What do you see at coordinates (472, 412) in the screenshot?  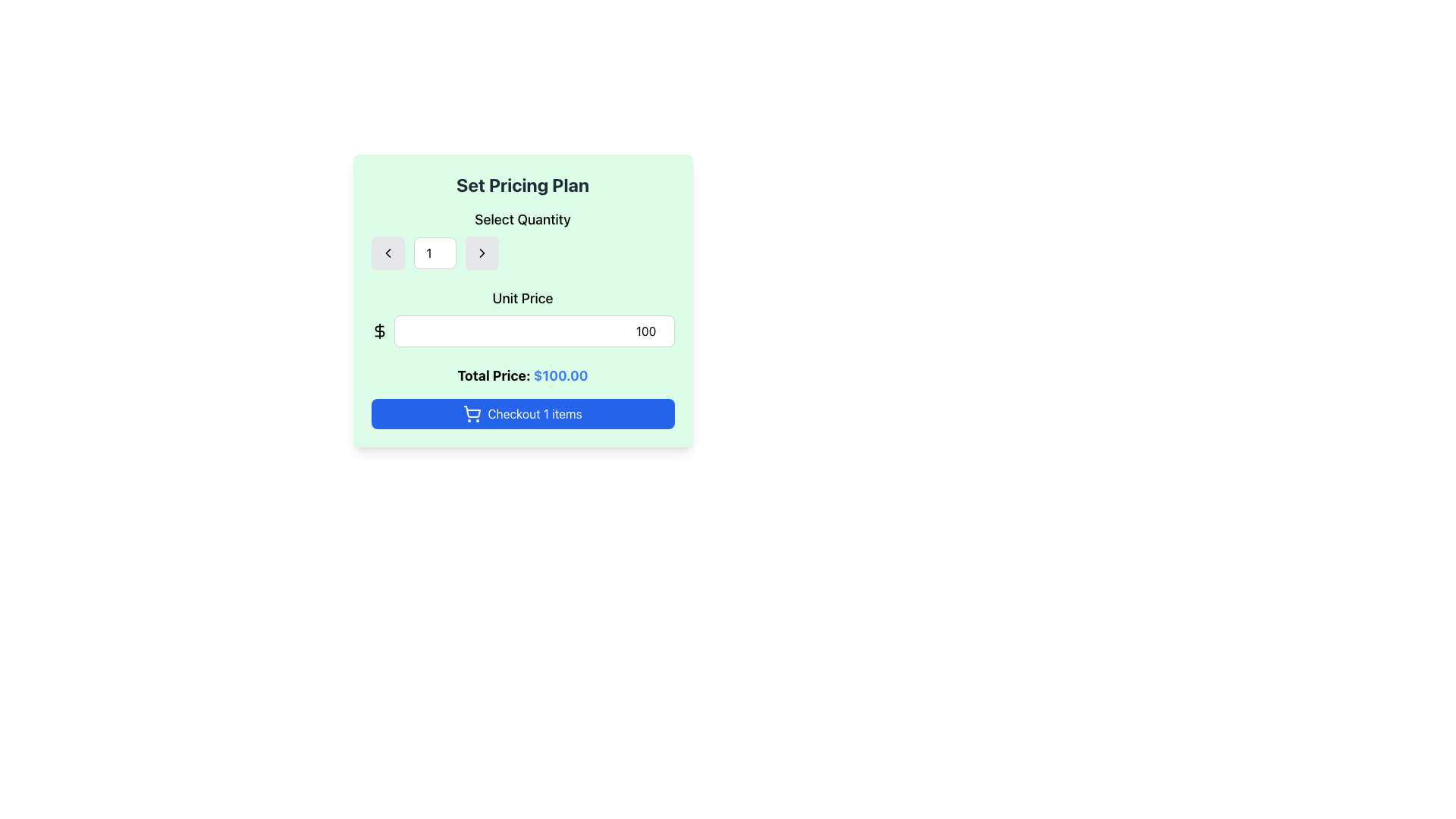 I see `the shopping cart icon, which is the primary structure of the cart located to the left of the 'Checkout 1 items' button` at bounding box center [472, 412].